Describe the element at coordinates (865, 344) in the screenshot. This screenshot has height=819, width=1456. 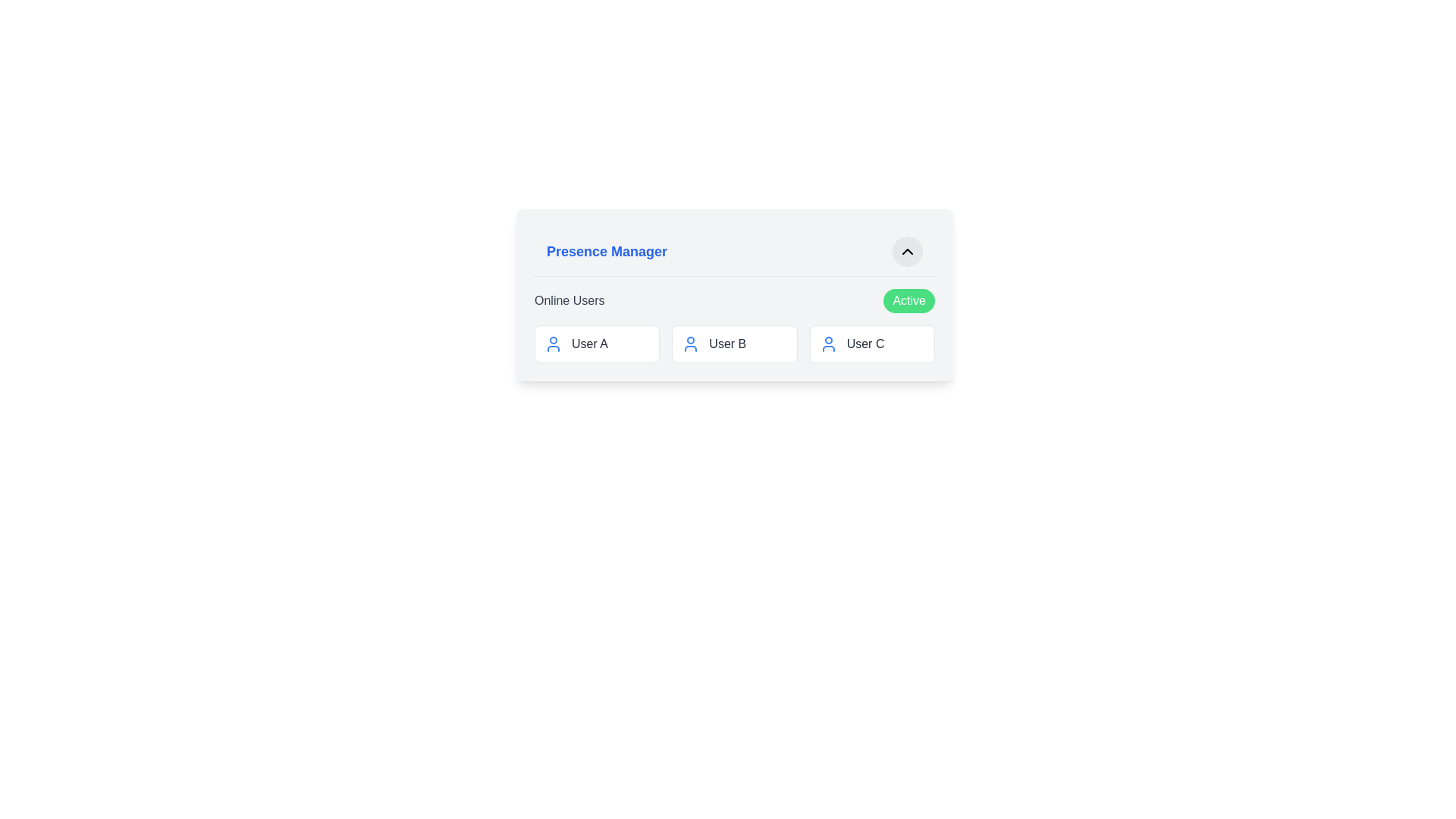
I see `the text label identifying 'User C', which is the rightmost text component in a horizontal list of user entries` at that location.